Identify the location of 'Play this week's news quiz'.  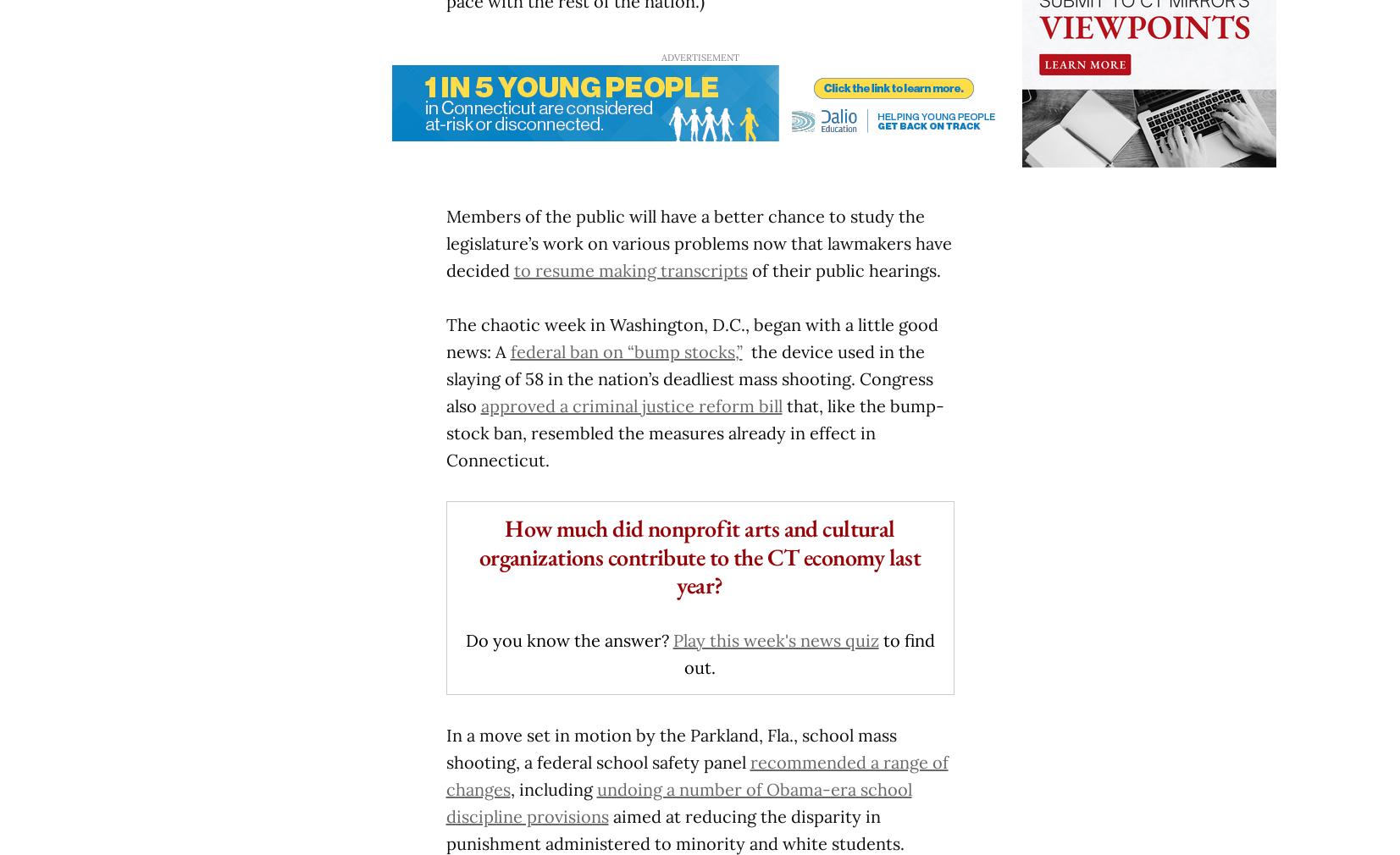
(671, 638).